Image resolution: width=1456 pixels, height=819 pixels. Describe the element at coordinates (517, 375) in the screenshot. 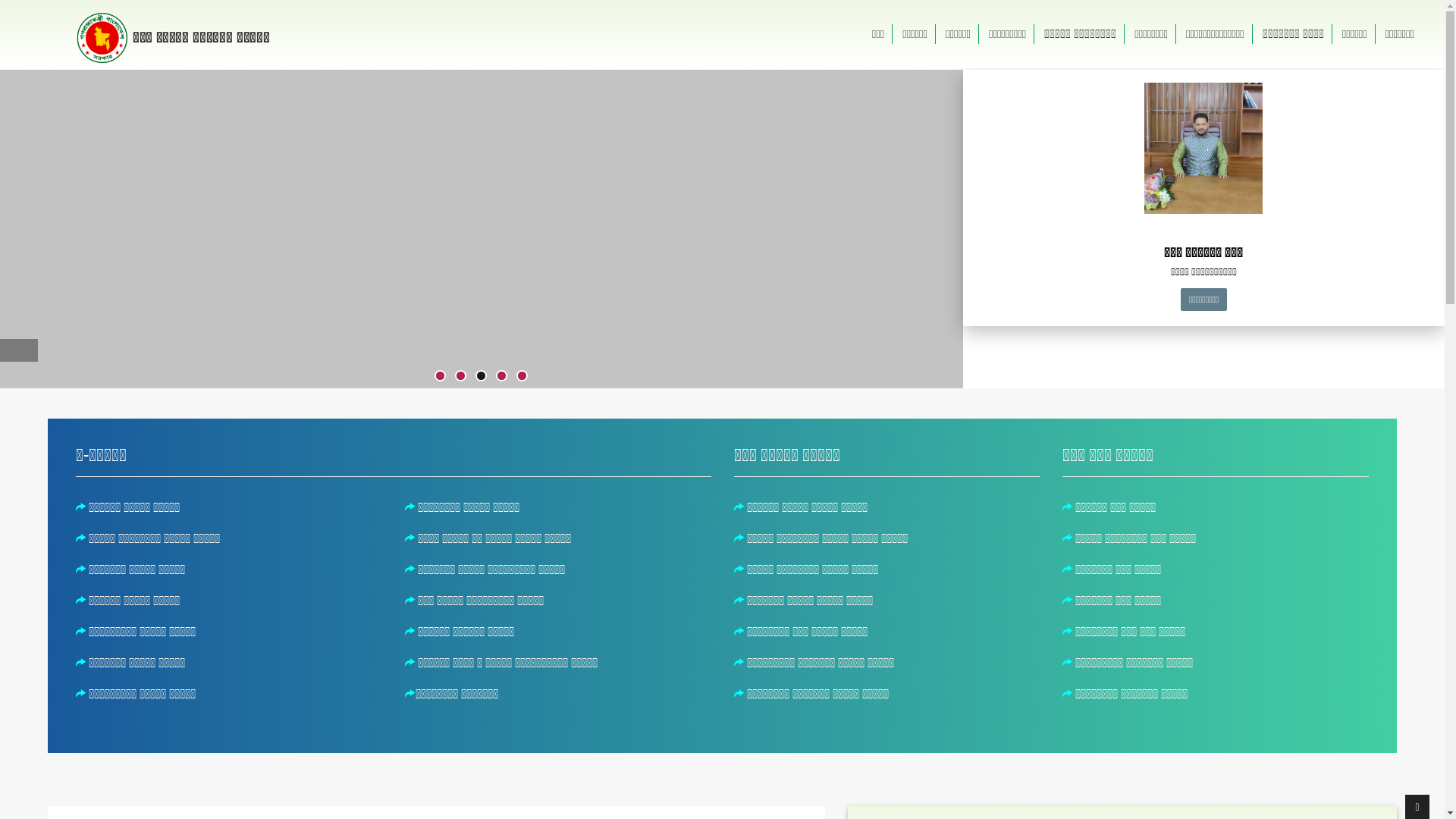

I see `'5'` at that location.